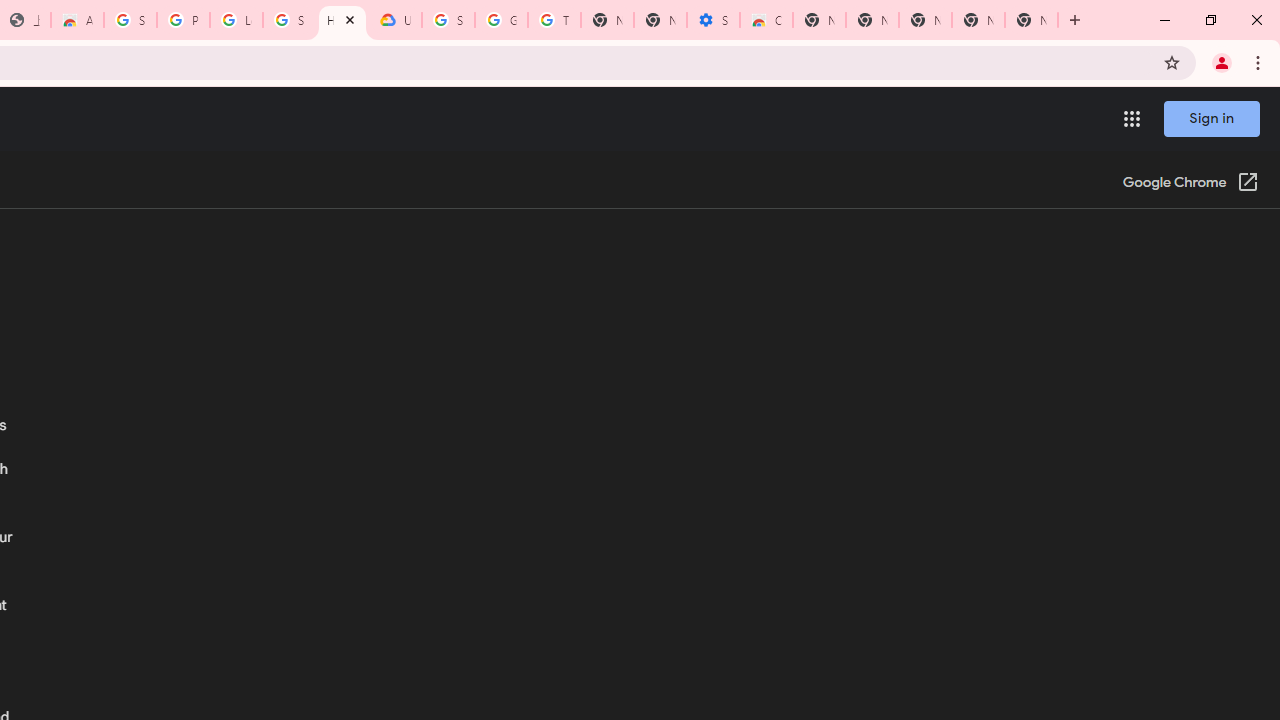 The image size is (1280, 720). What do you see at coordinates (765, 20) in the screenshot?
I see `'Chrome Web Store - Accessibility extensions'` at bounding box center [765, 20].